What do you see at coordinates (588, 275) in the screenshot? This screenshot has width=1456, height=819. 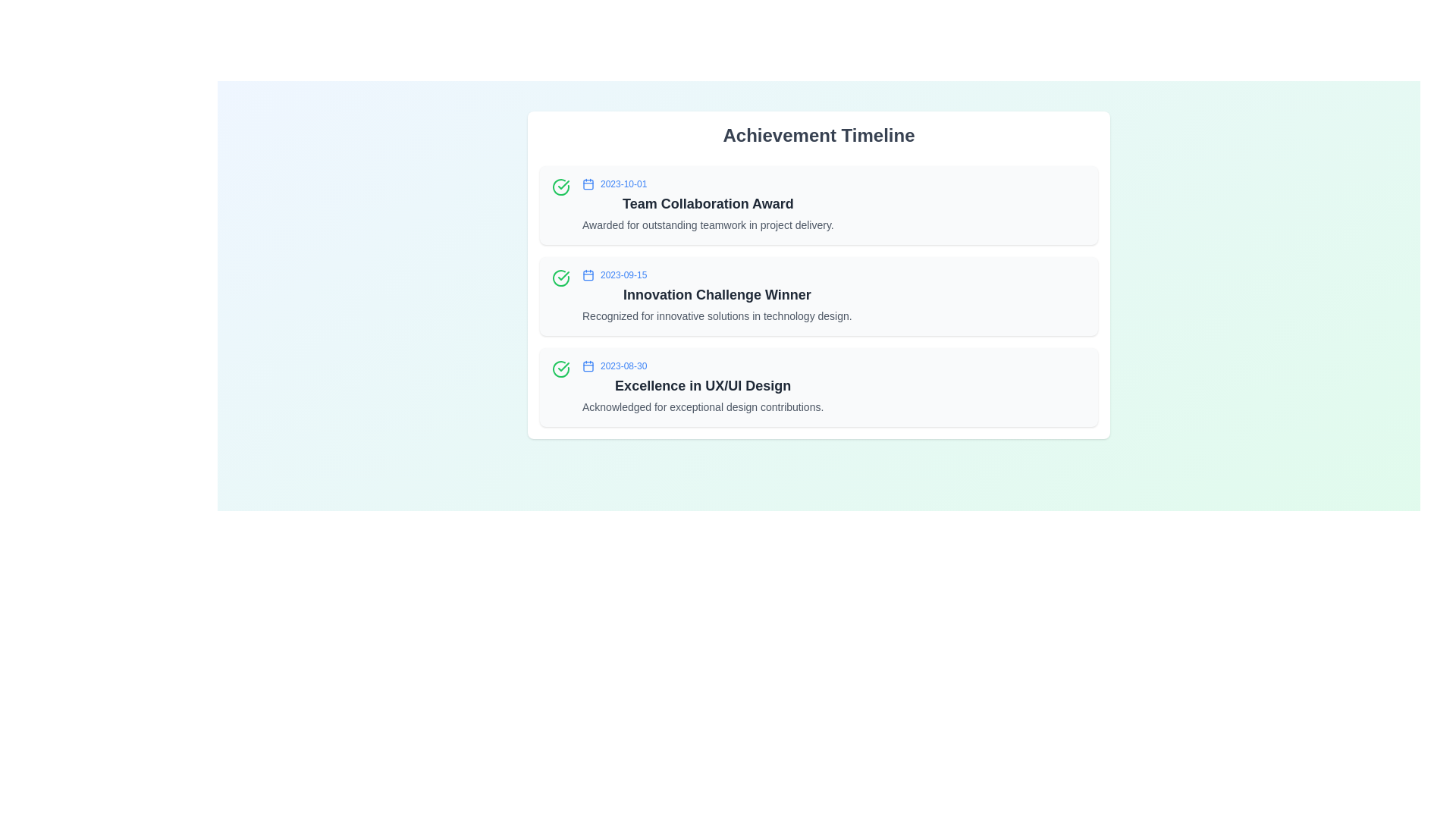 I see `the Icon decoration for the calendar visual element located in the second timeline entry by clicking on its center point` at bounding box center [588, 275].